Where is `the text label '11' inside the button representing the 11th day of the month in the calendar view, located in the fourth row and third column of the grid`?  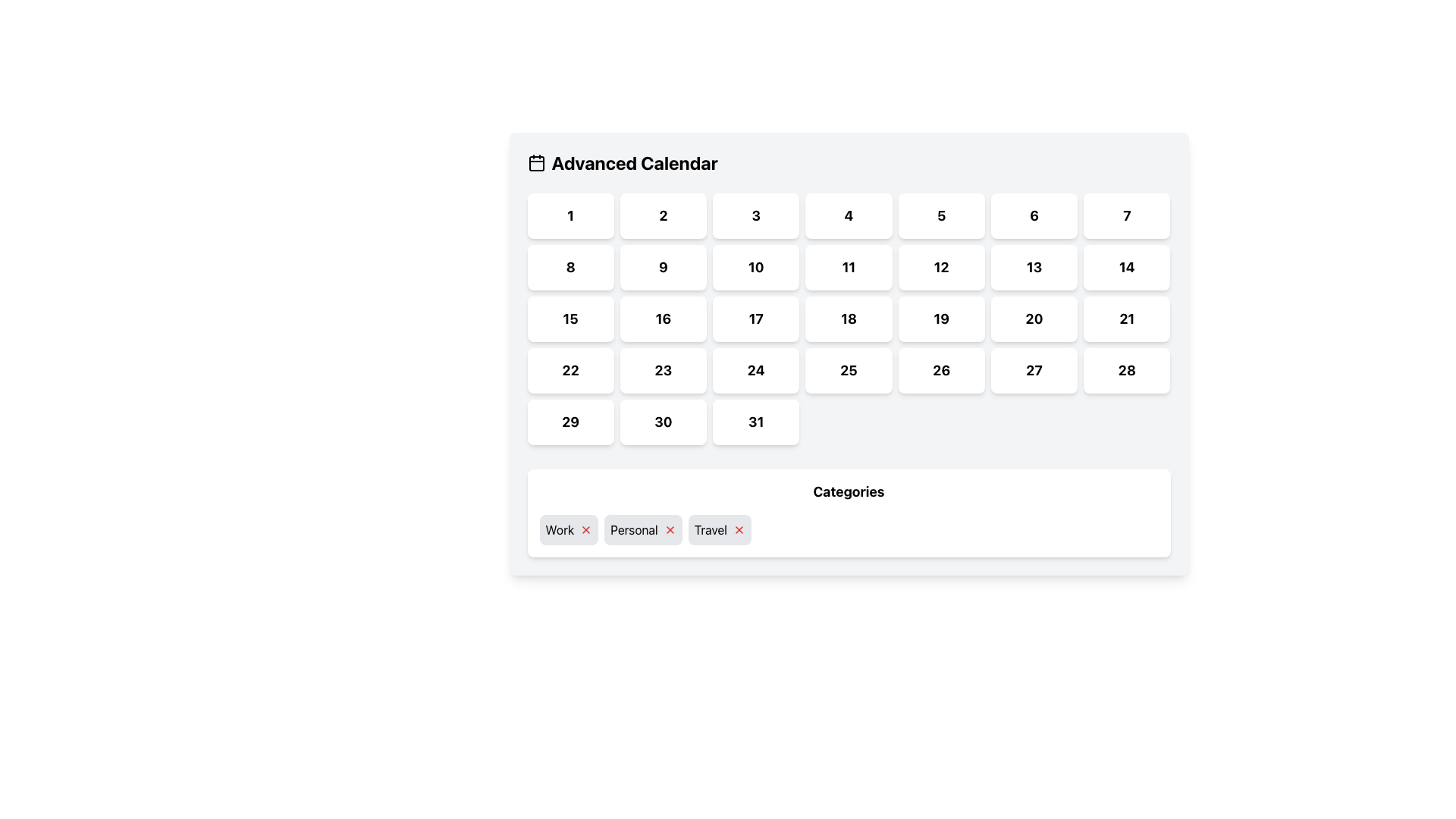 the text label '11' inside the button representing the 11th day of the month in the calendar view, located in the fourth row and third column of the grid is located at coordinates (848, 266).